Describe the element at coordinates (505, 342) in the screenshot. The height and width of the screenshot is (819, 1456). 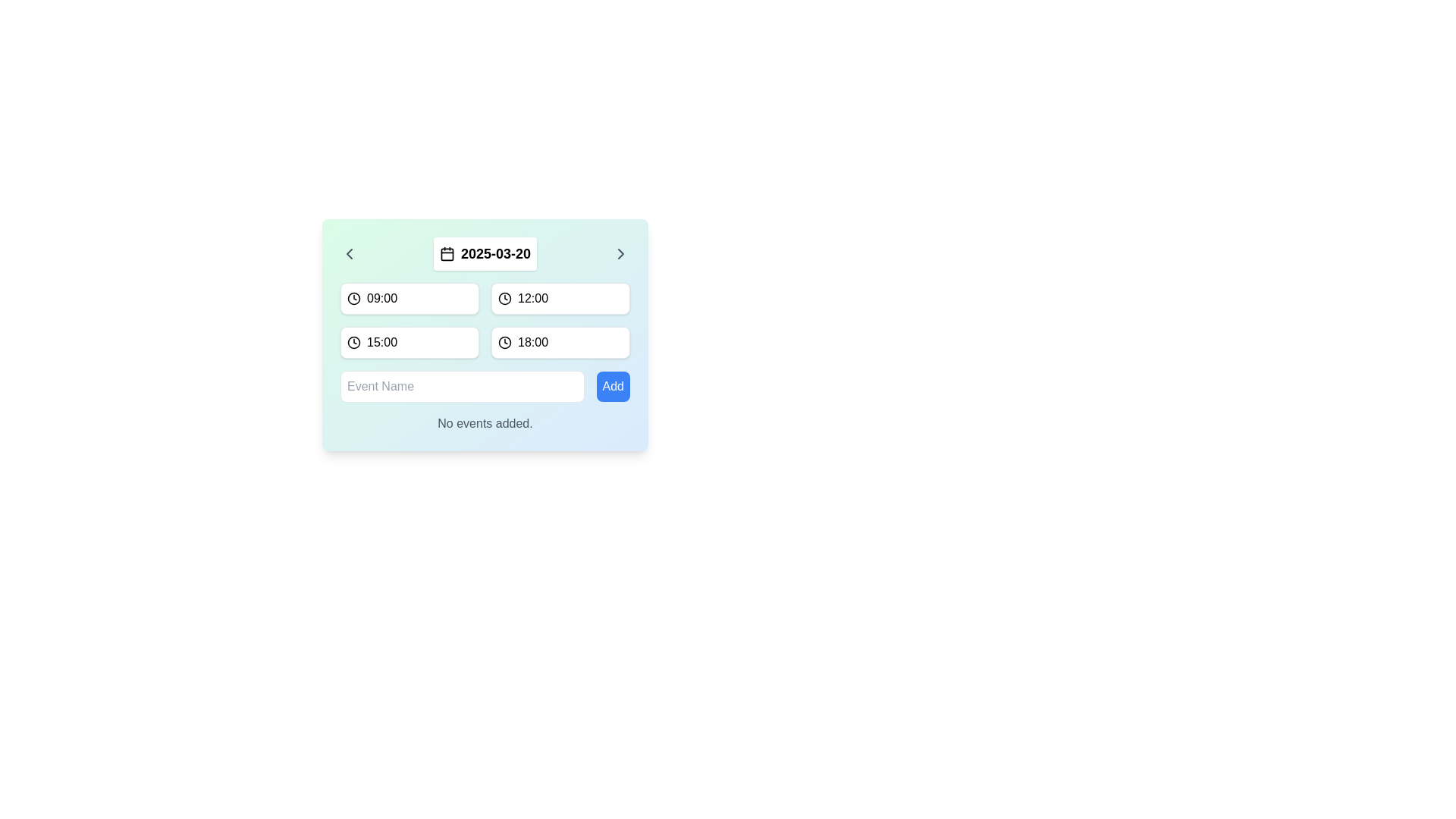
I see `the clock icon located to the left of the time label '18:00'` at that location.